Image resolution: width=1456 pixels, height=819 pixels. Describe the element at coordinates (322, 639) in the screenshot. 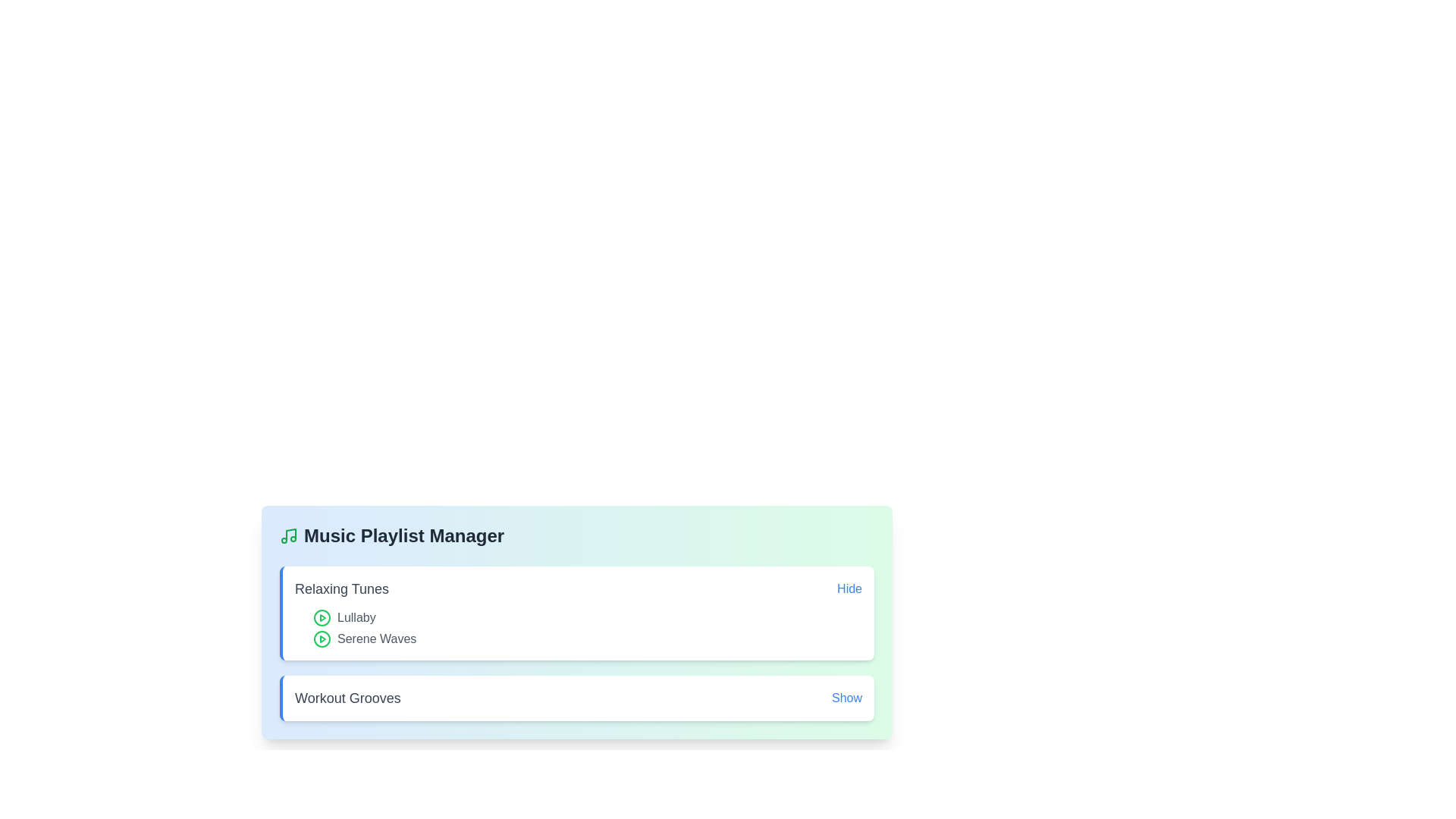

I see `the song title Serene Waves to focus or select it` at that location.